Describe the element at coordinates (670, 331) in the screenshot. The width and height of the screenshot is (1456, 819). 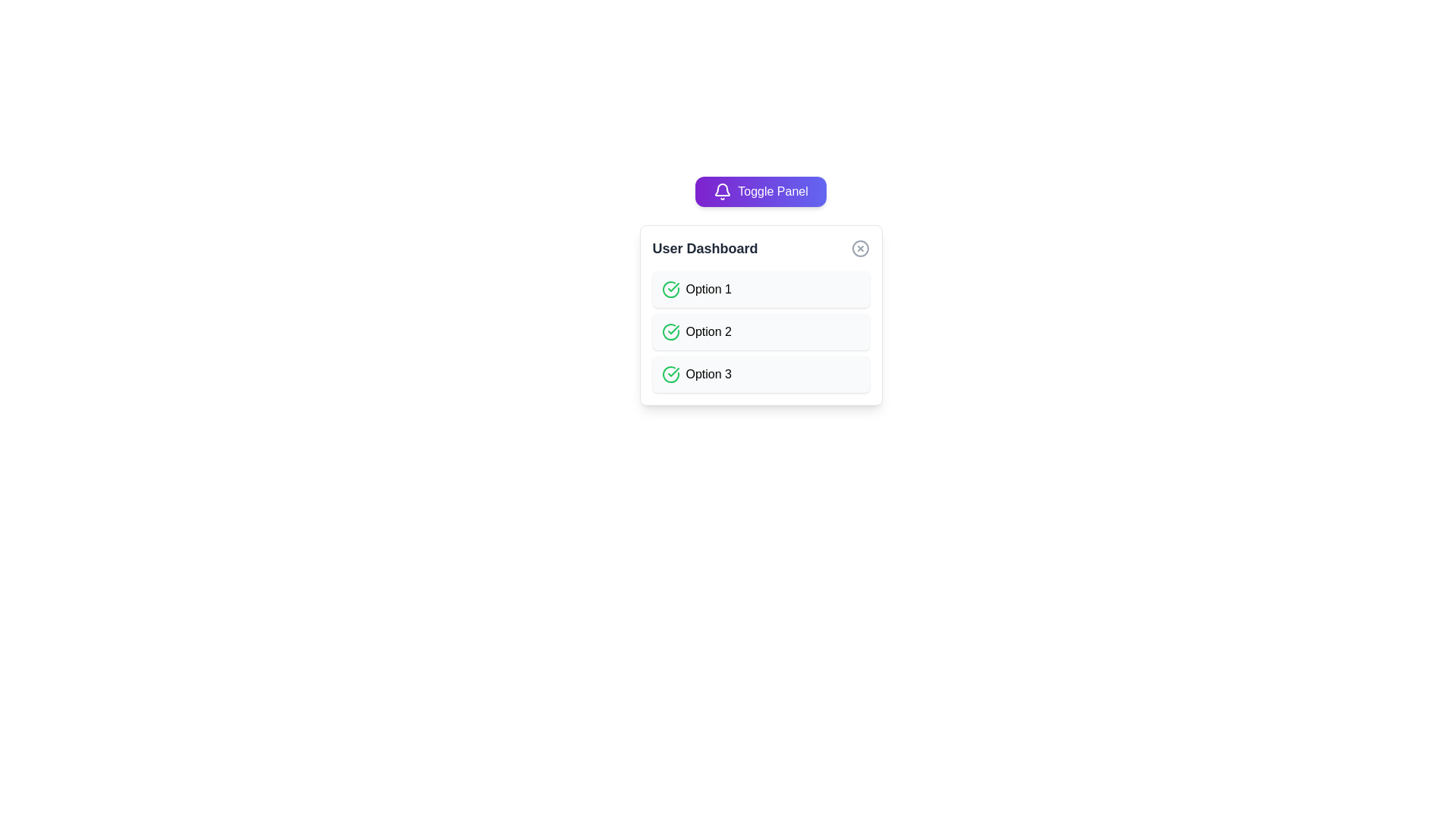
I see `the state of the status icon located to the left of the 'Option 2' label in the second row of the vertically-aligned list of options` at that location.